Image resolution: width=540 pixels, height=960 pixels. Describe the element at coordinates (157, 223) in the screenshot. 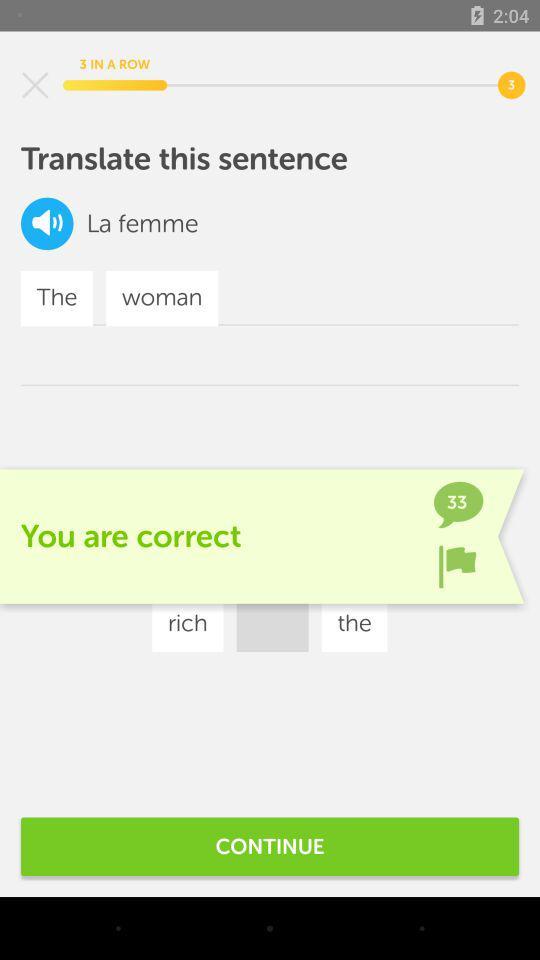

I see `item above the woman item` at that location.